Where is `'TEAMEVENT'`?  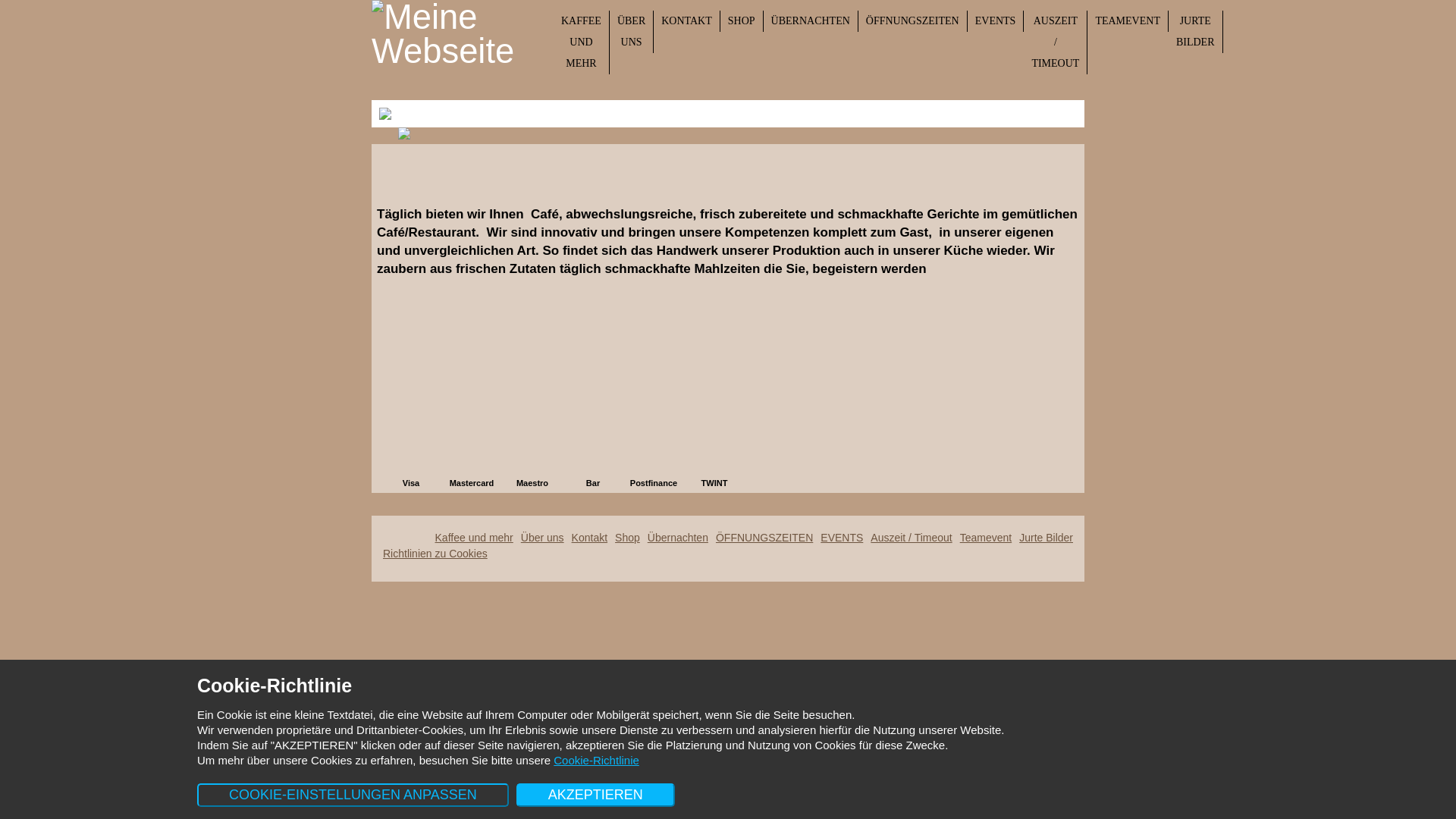
'TEAMEVENT' is located at coordinates (1128, 20).